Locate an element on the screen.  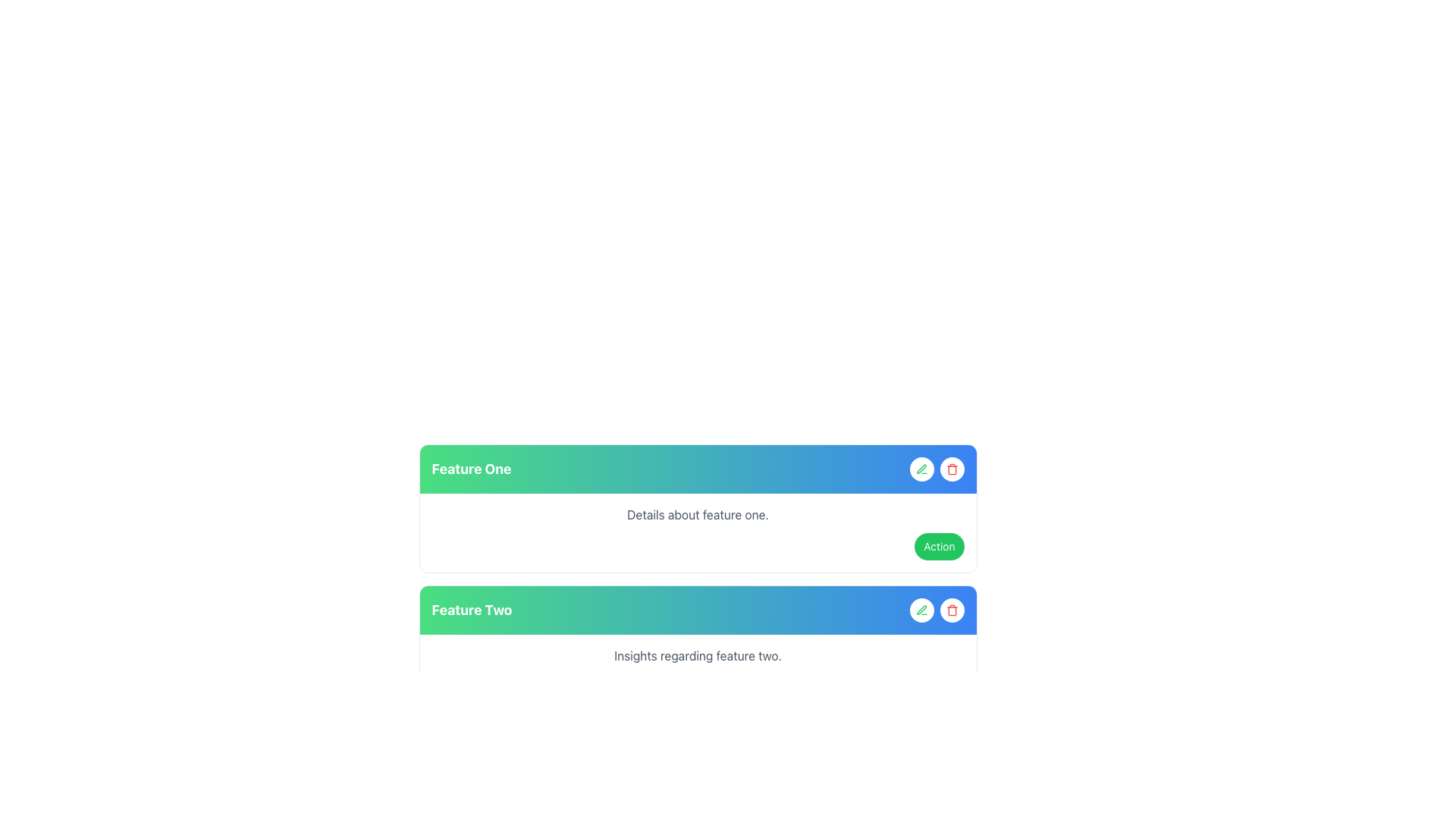
the circular button with a red trash bin icon, which is the second button in a horizontal group of two, located on the right end of a bar is located at coordinates (951, 468).